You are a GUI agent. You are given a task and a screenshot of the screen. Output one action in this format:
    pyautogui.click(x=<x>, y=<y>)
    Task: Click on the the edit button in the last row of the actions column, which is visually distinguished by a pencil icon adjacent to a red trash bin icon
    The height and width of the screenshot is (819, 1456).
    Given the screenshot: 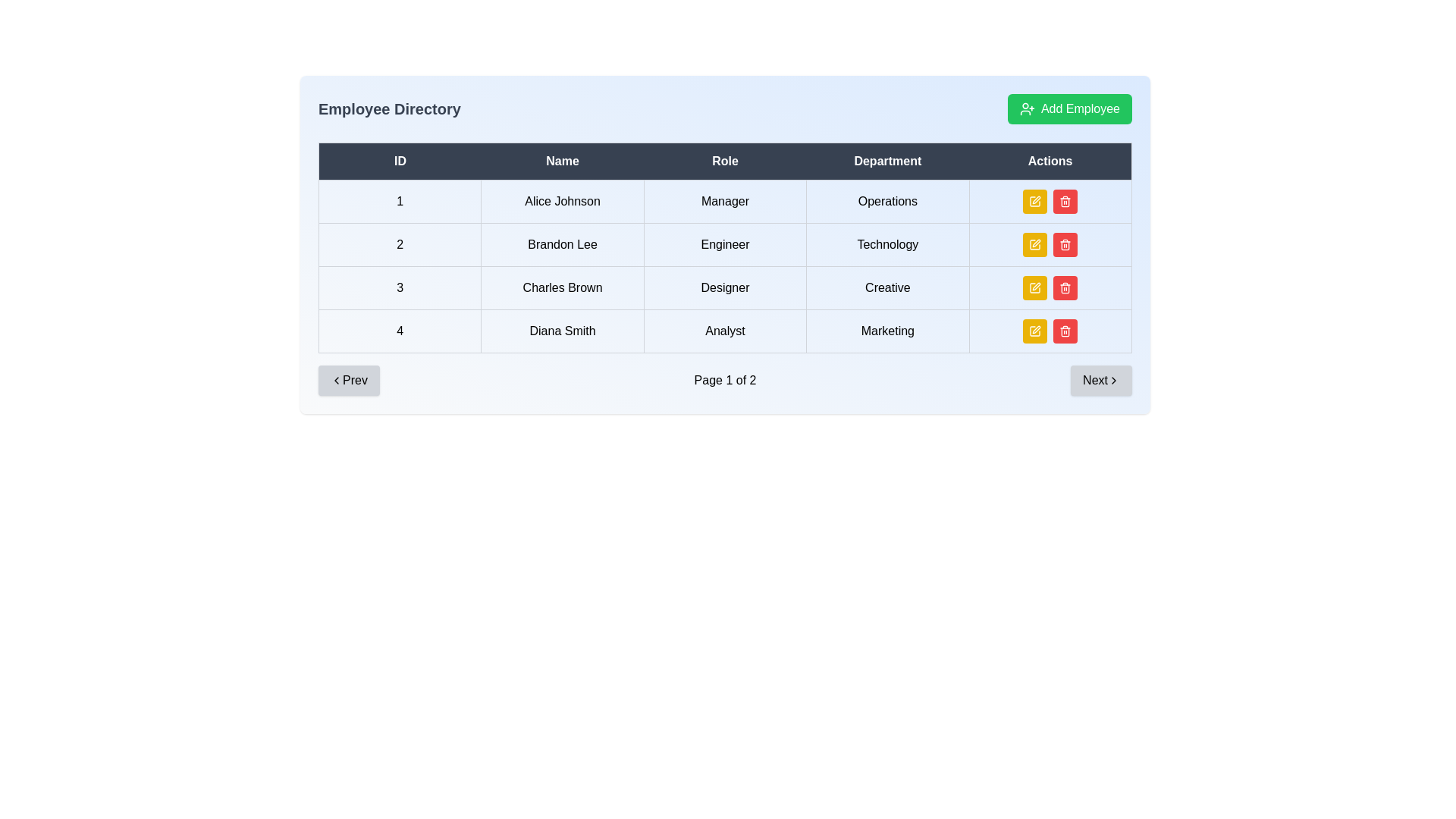 What is the action you would take?
    pyautogui.click(x=1034, y=330)
    